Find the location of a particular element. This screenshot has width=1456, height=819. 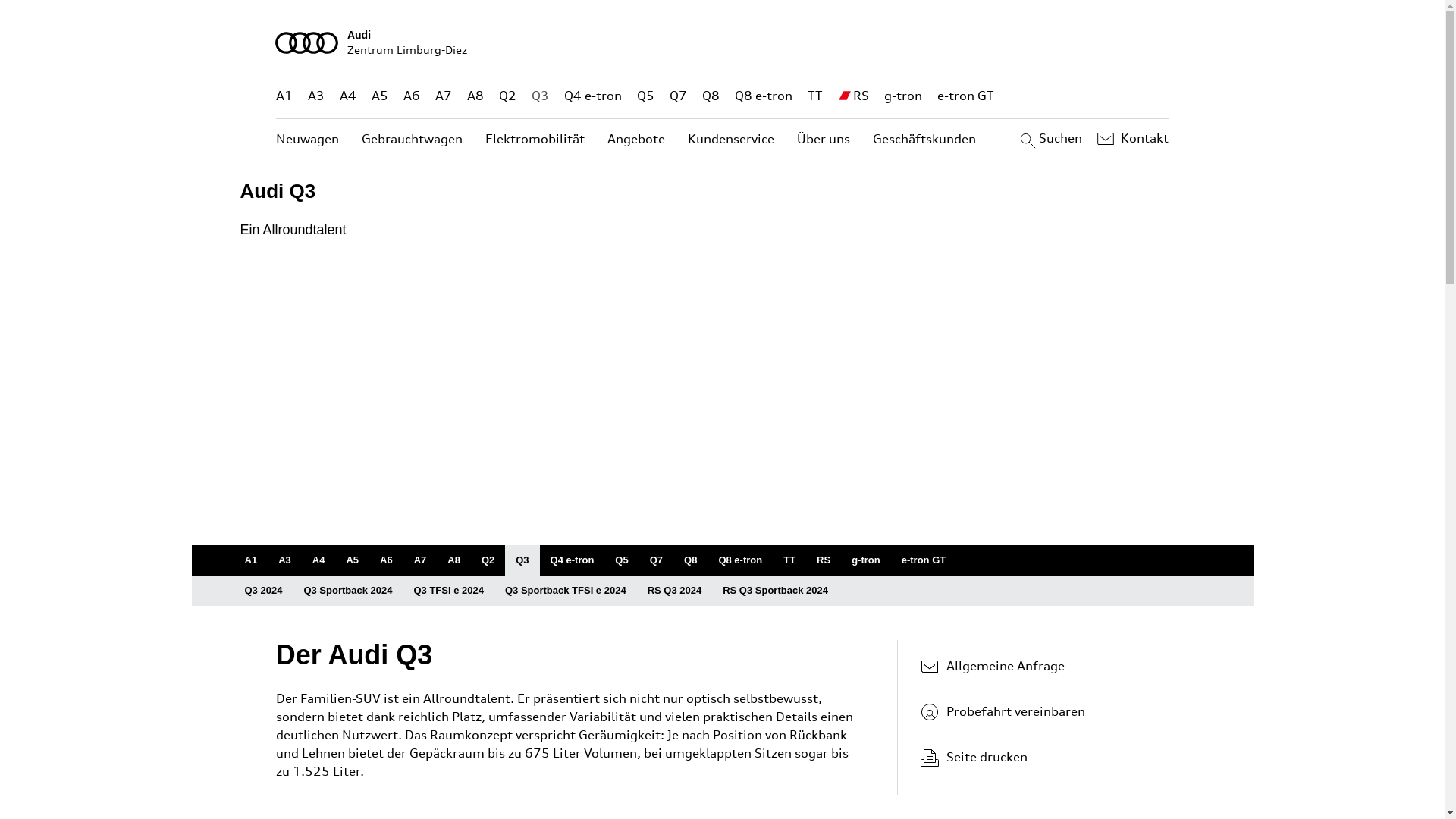

'Q5' is located at coordinates (621, 560).